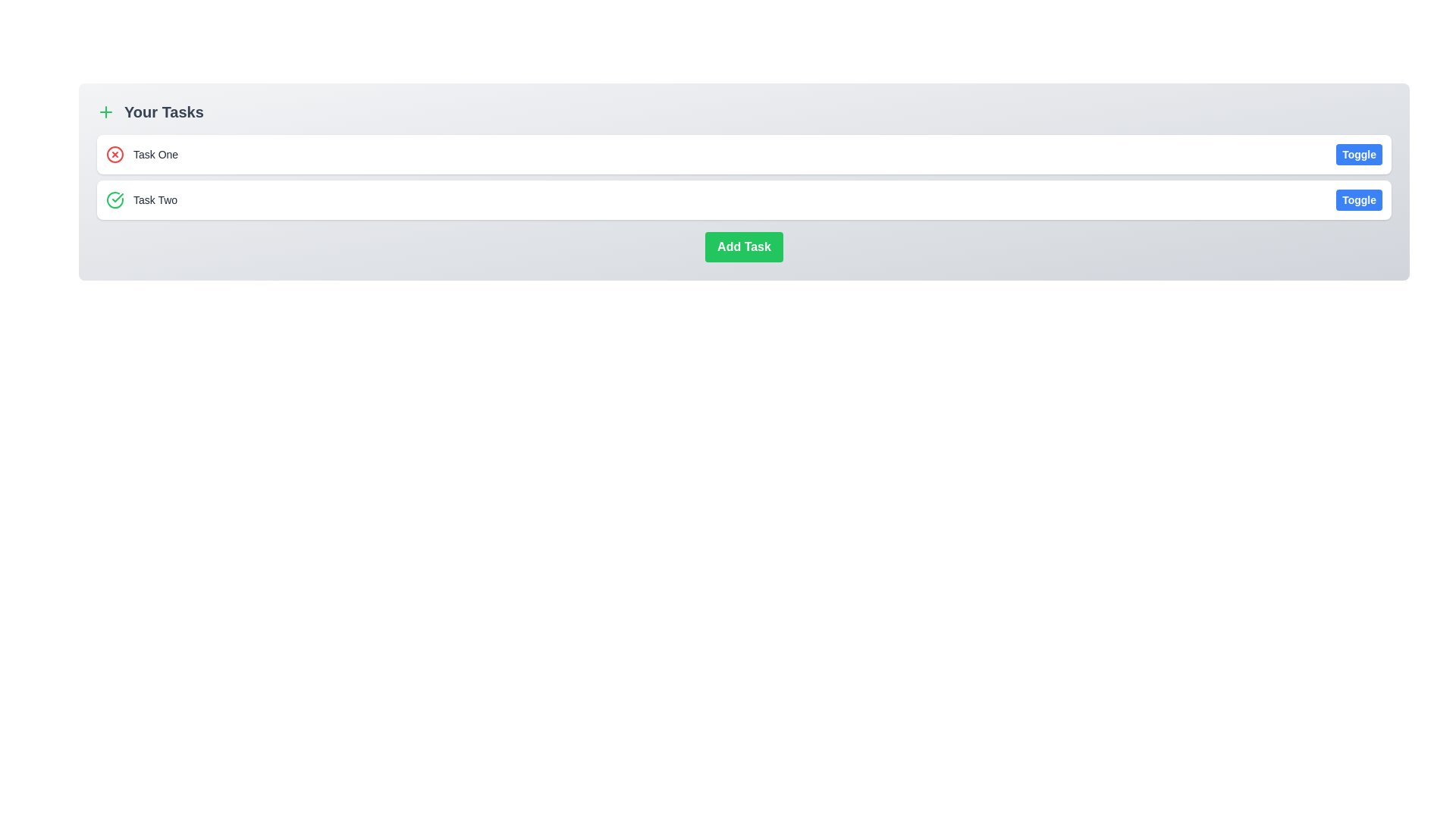 The height and width of the screenshot is (819, 1456). What do you see at coordinates (744, 246) in the screenshot?
I see `the button that allows users to add a new task, located at the bottom center of the visible area` at bounding box center [744, 246].